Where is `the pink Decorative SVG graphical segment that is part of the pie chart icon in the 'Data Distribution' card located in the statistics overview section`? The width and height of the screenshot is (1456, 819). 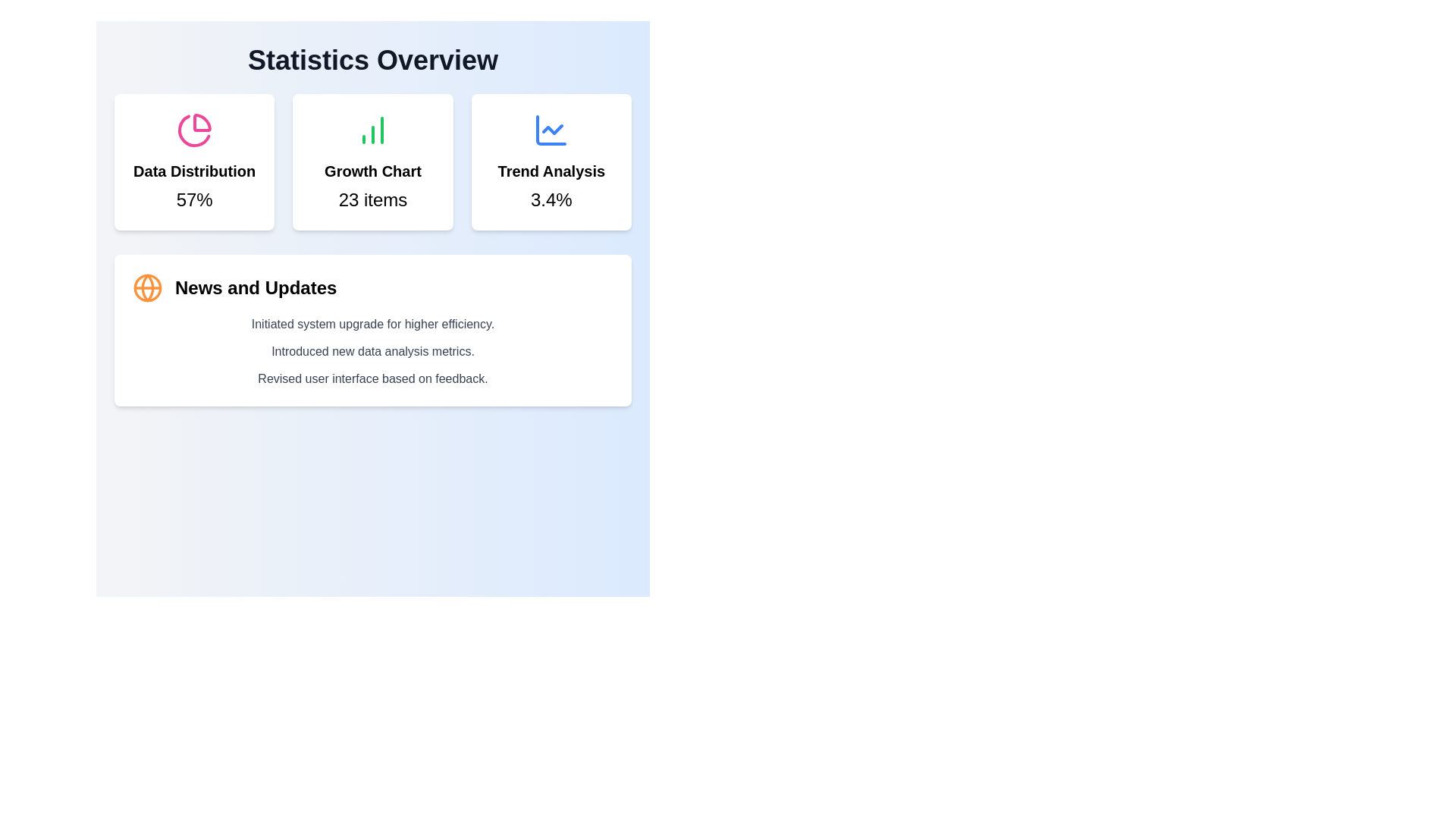
the pink Decorative SVG graphical segment that is part of the pie chart icon in the 'Data Distribution' card located in the statistics overview section is located at coordinates (193, 130).